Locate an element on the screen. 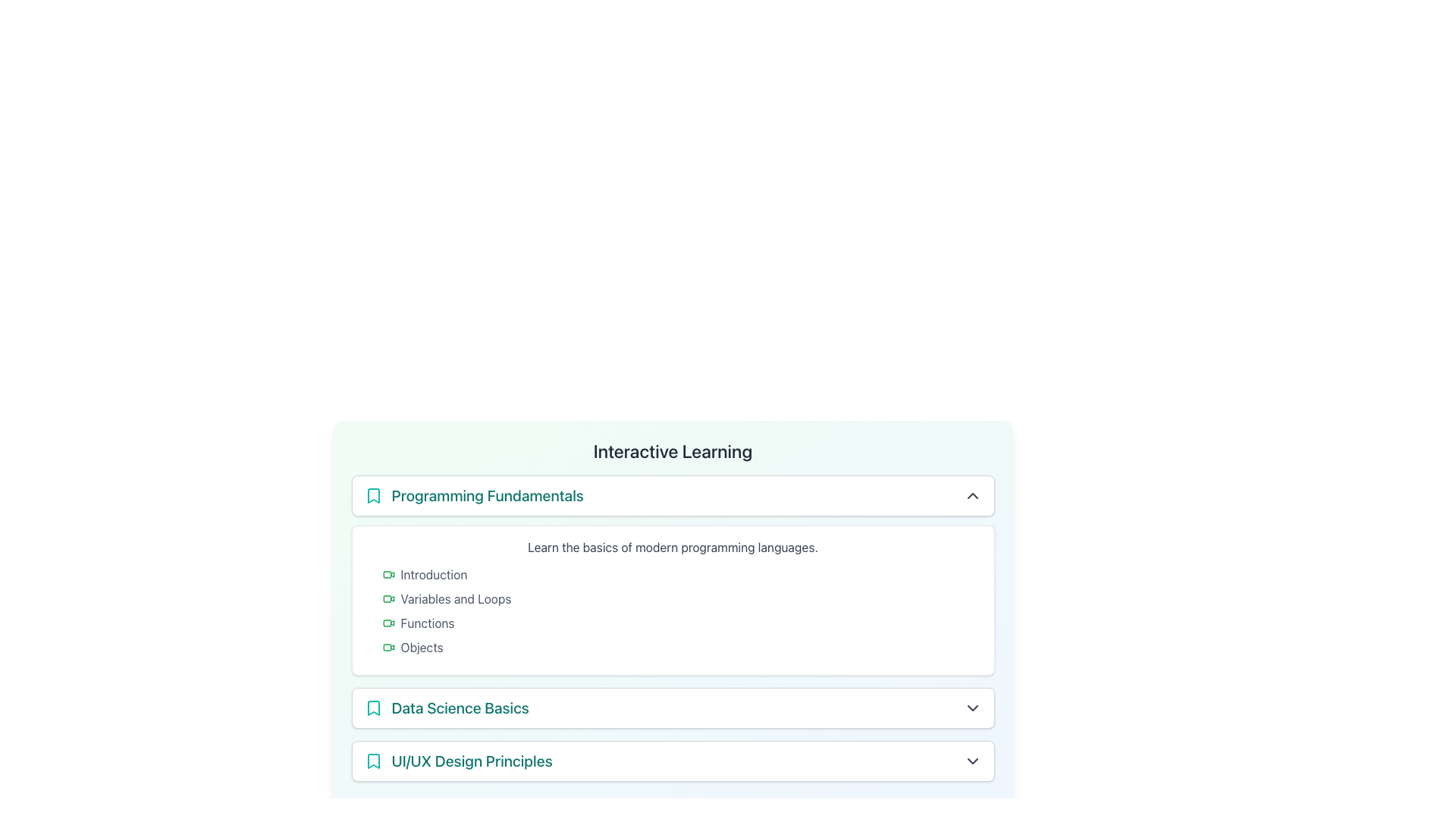 Image resolution: width=1456 pixels, height=819 pixels. the text label displaying 'UI/UX Design Principles' using assistive tools, which is positioned adjacent to a bookmark icon within a card section is located at coordinates (457, 761).